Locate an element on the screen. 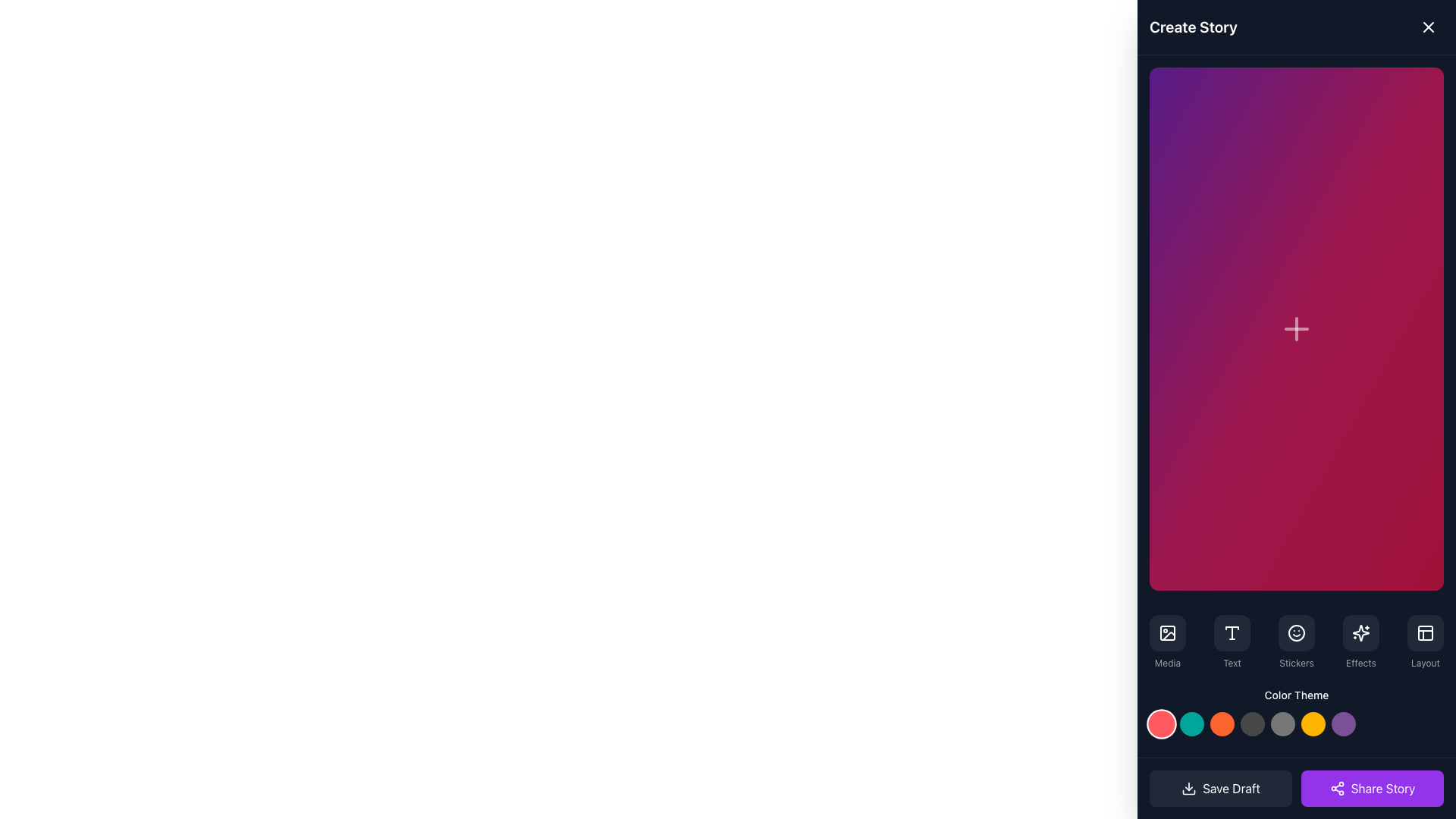 The width and height of the screenshot is (1456, 819). the second circular button from the left at the bottom center of the interface is located at coordinates (1232, 632).